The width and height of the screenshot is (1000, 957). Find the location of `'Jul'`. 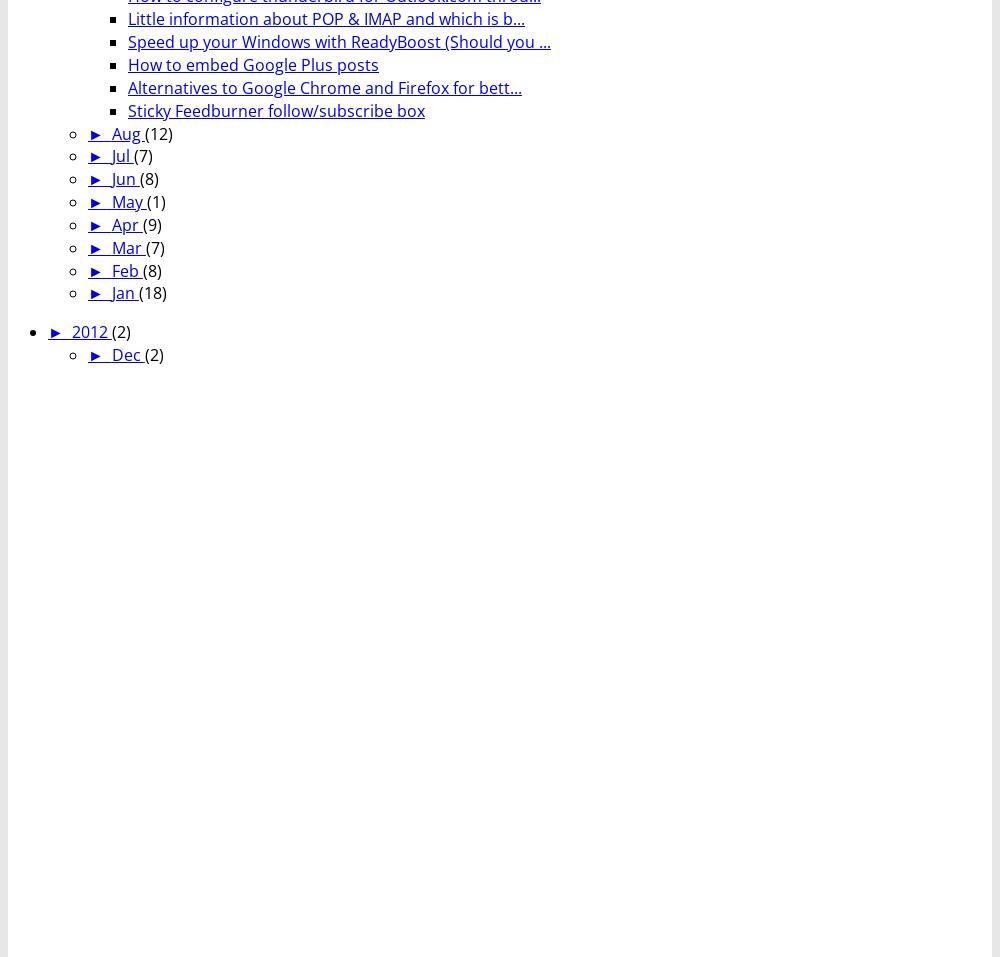

'Jul' is located at coordinates (110, 155).